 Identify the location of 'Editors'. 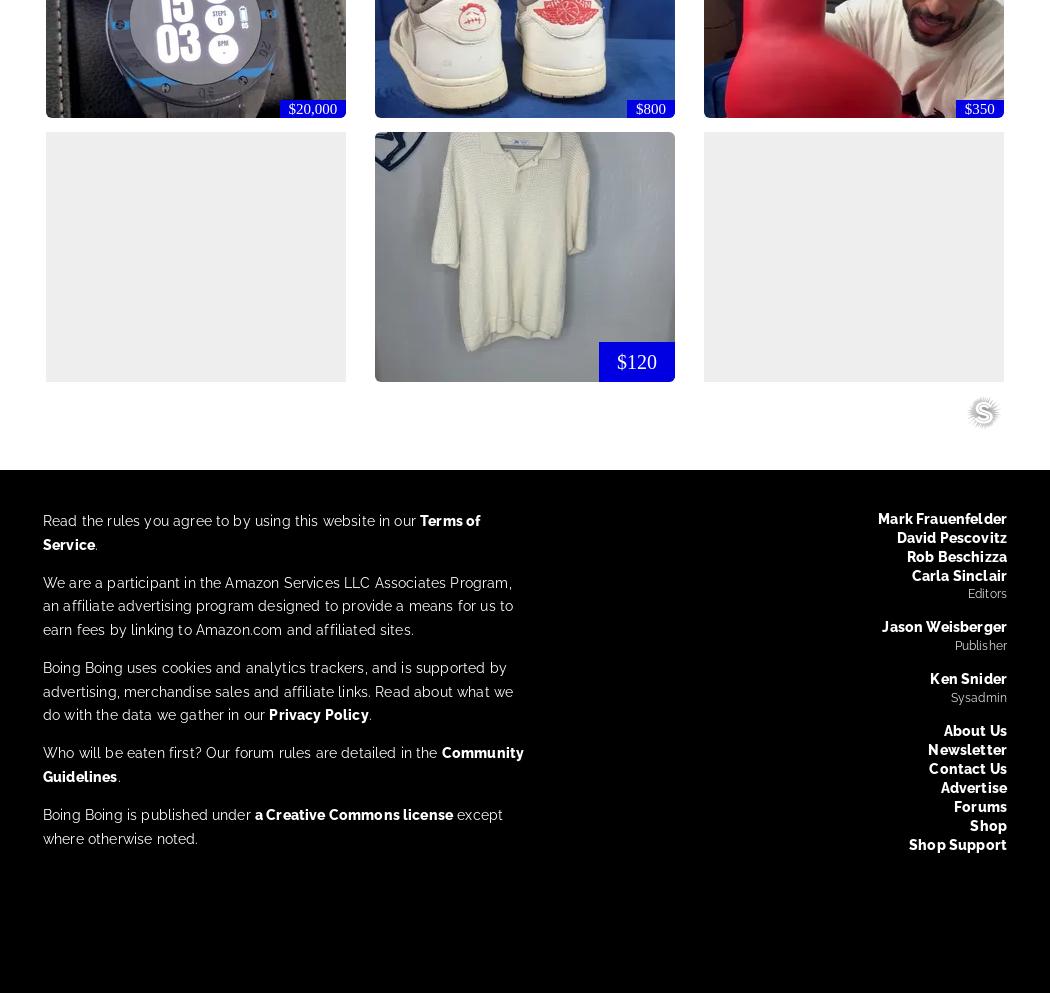
(966, 594).